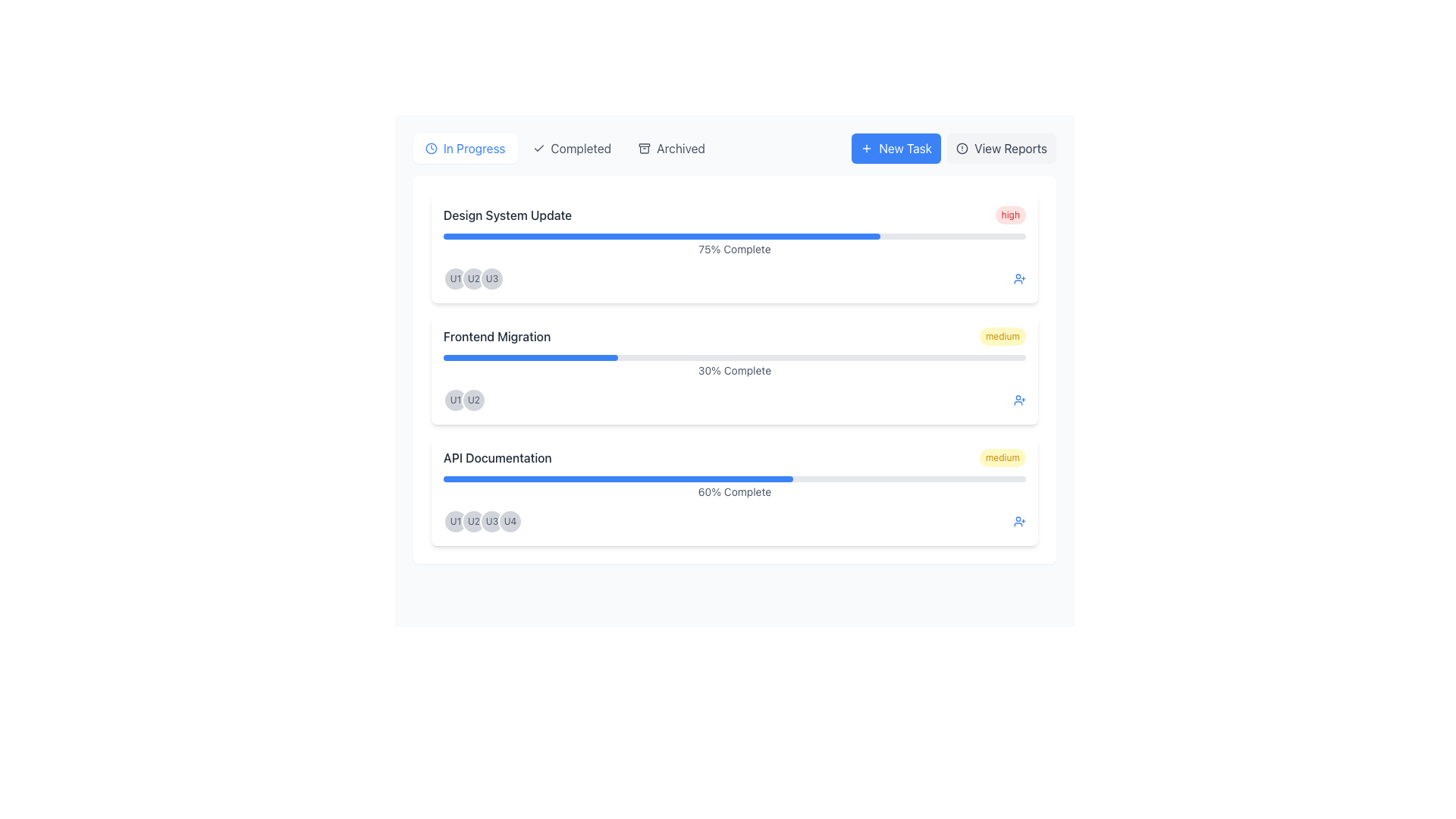 This screenshot has height=819, width=1456. What do you see at coordinates (671, 149) in the screenshot?
I see `the filter button for 'Archived' entries, which is the third button in a horizontal group of three, located at the top center of the interface` at bounding box center [671, 149].